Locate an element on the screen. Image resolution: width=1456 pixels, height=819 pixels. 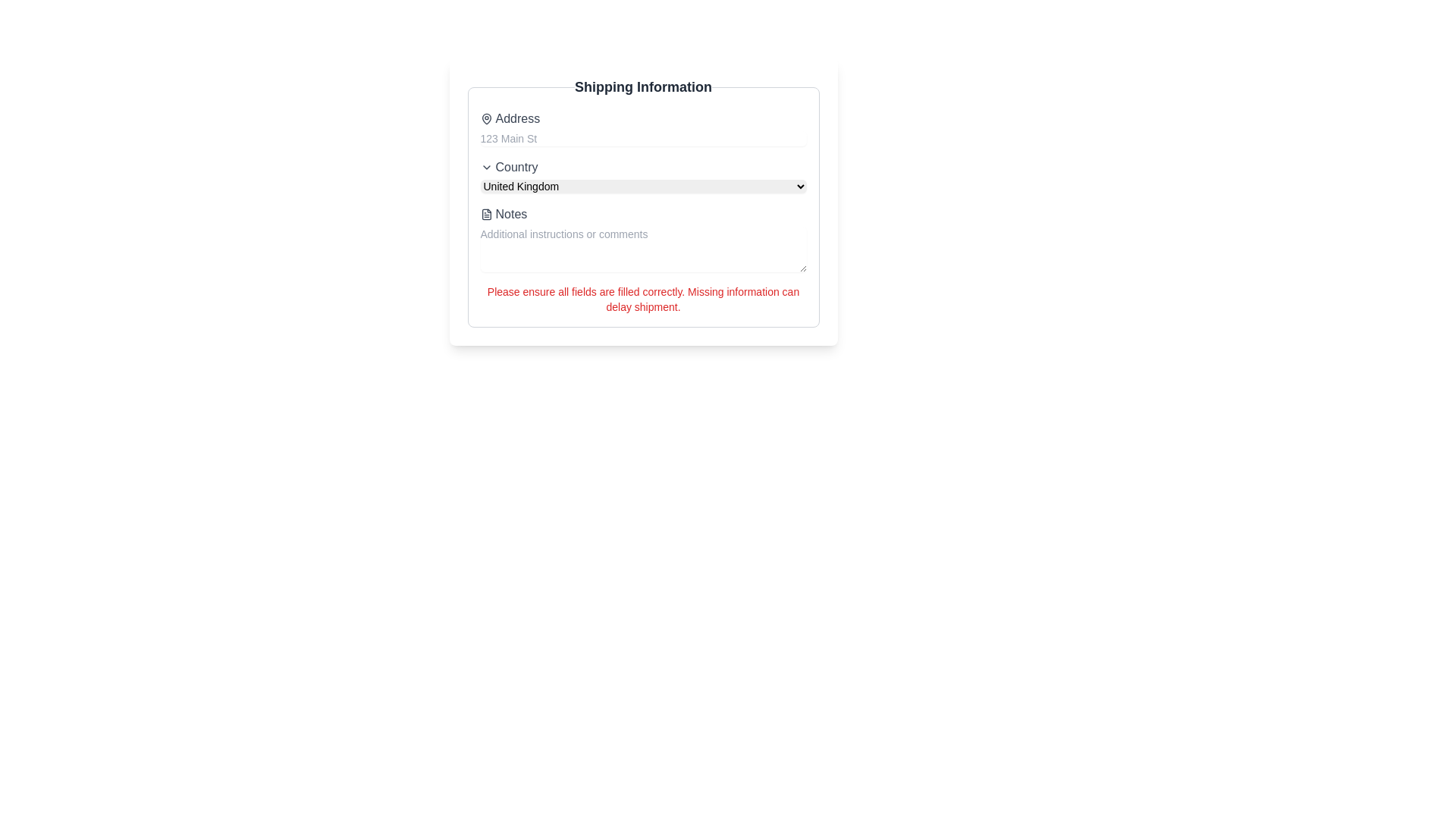
stylized map pin icon, which is red and positioned to the left of the 'Address' label in the 'Shipping Information' form is located at coordinates (486, 118).